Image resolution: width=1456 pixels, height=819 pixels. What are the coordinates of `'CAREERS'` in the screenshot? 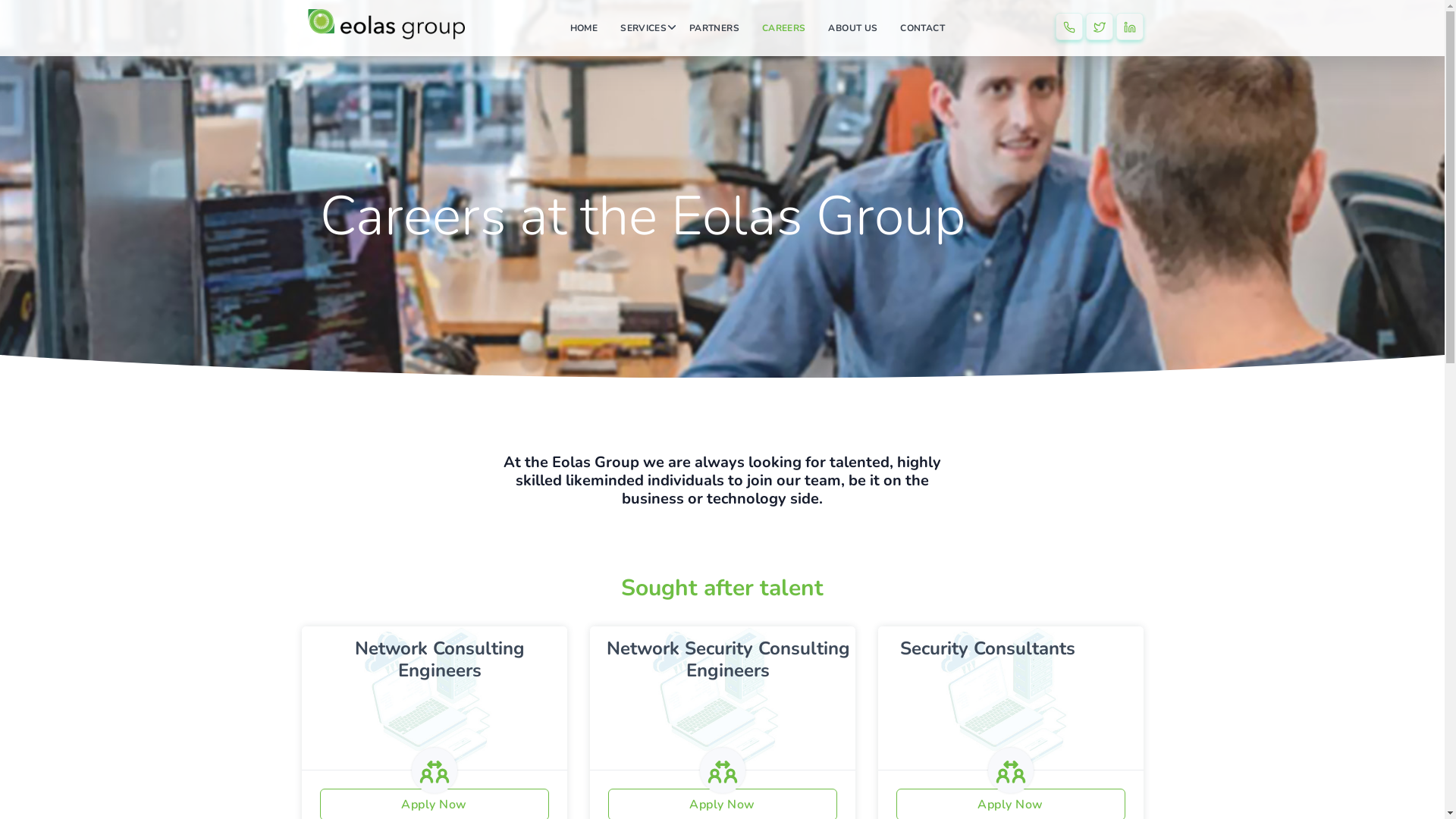 It's located at (783, 28).